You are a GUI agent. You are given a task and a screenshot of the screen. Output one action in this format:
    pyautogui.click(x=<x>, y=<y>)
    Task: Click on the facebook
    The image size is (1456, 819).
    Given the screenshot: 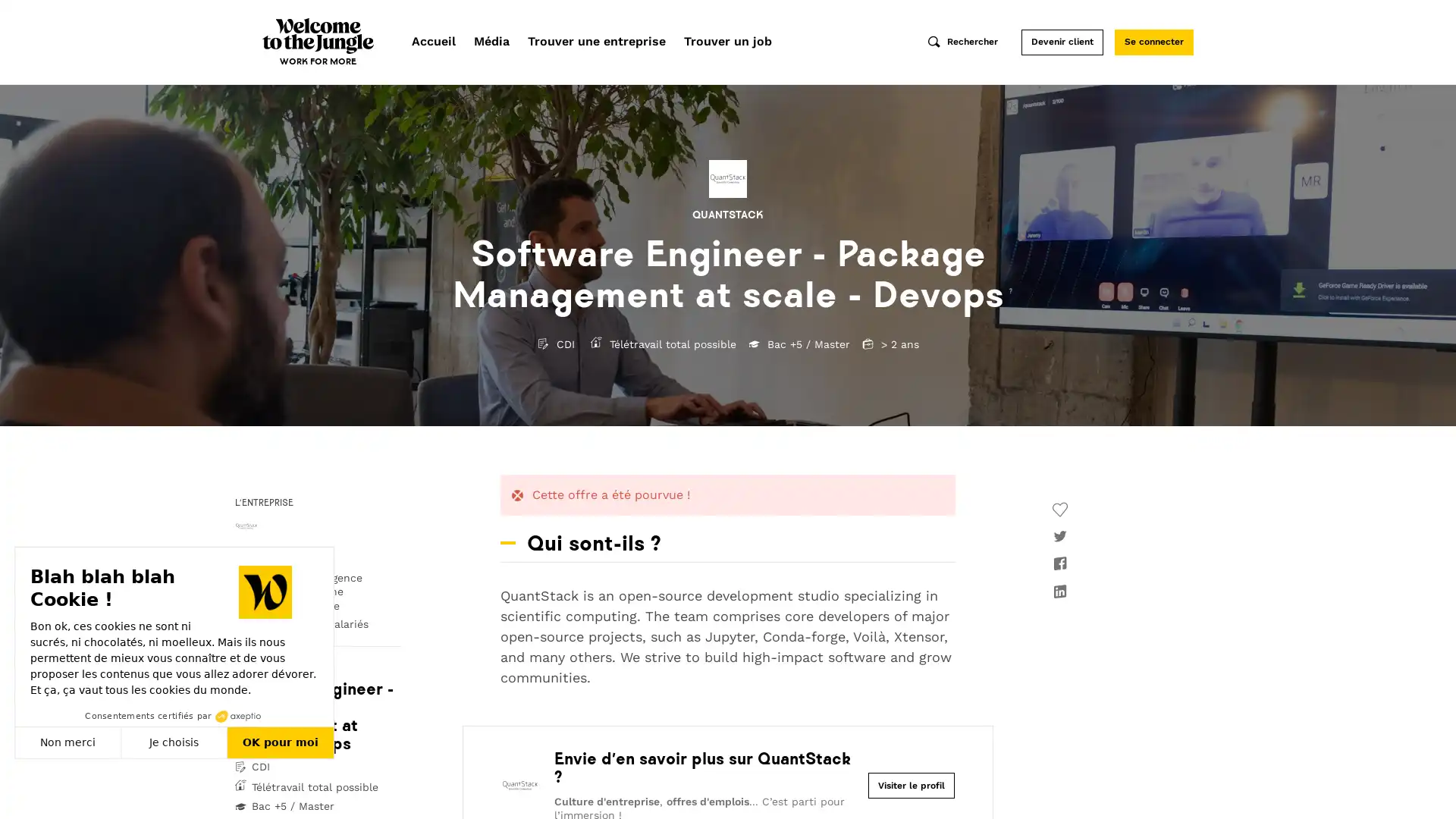 What is the action you would take?
    pyautogui.click(x=1059, y=565)
    